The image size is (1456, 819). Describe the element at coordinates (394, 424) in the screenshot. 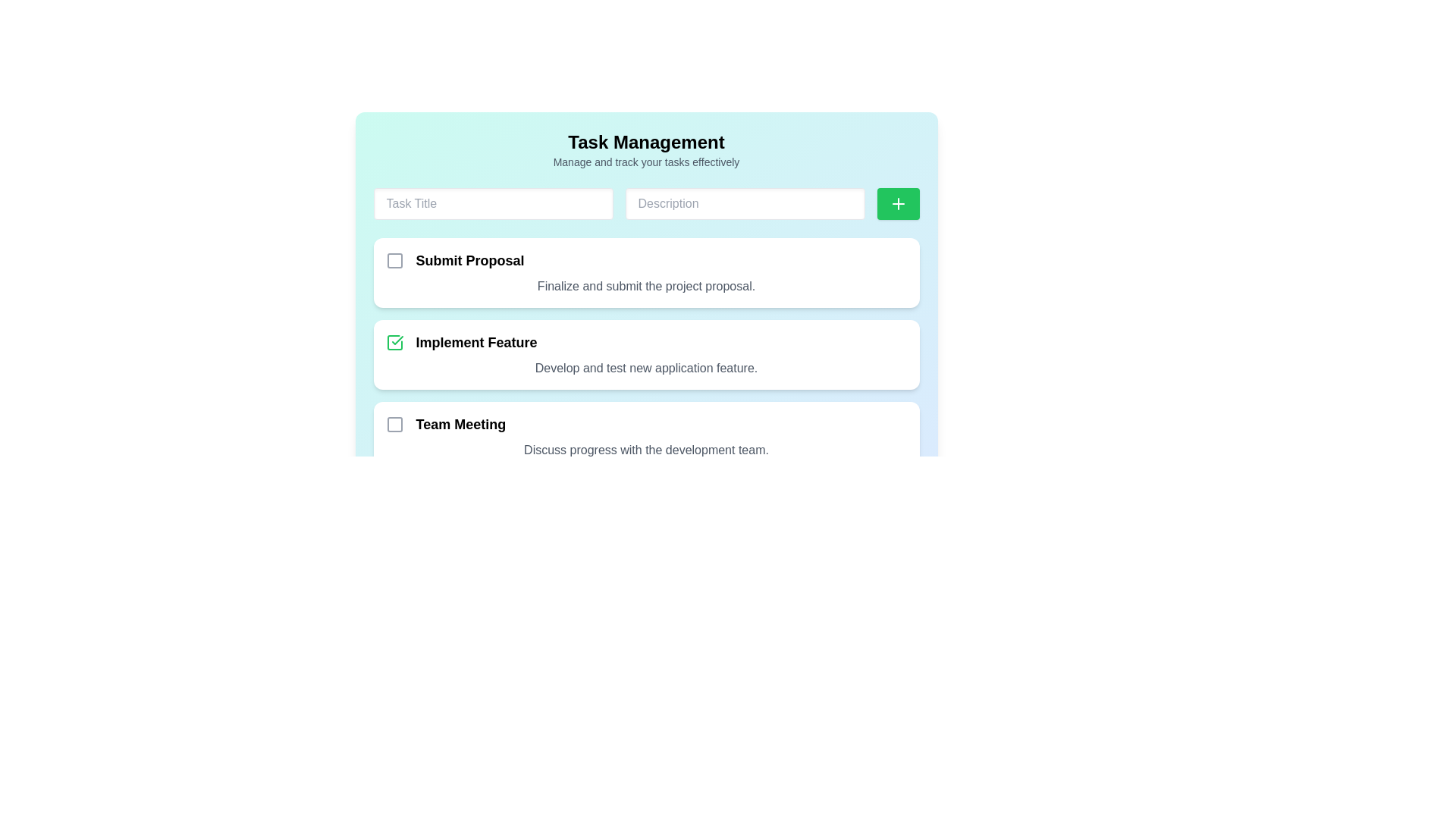

I see `the checkbox icon located to the left of the 'Team Meeting' text to check or uncheck it` at that location.